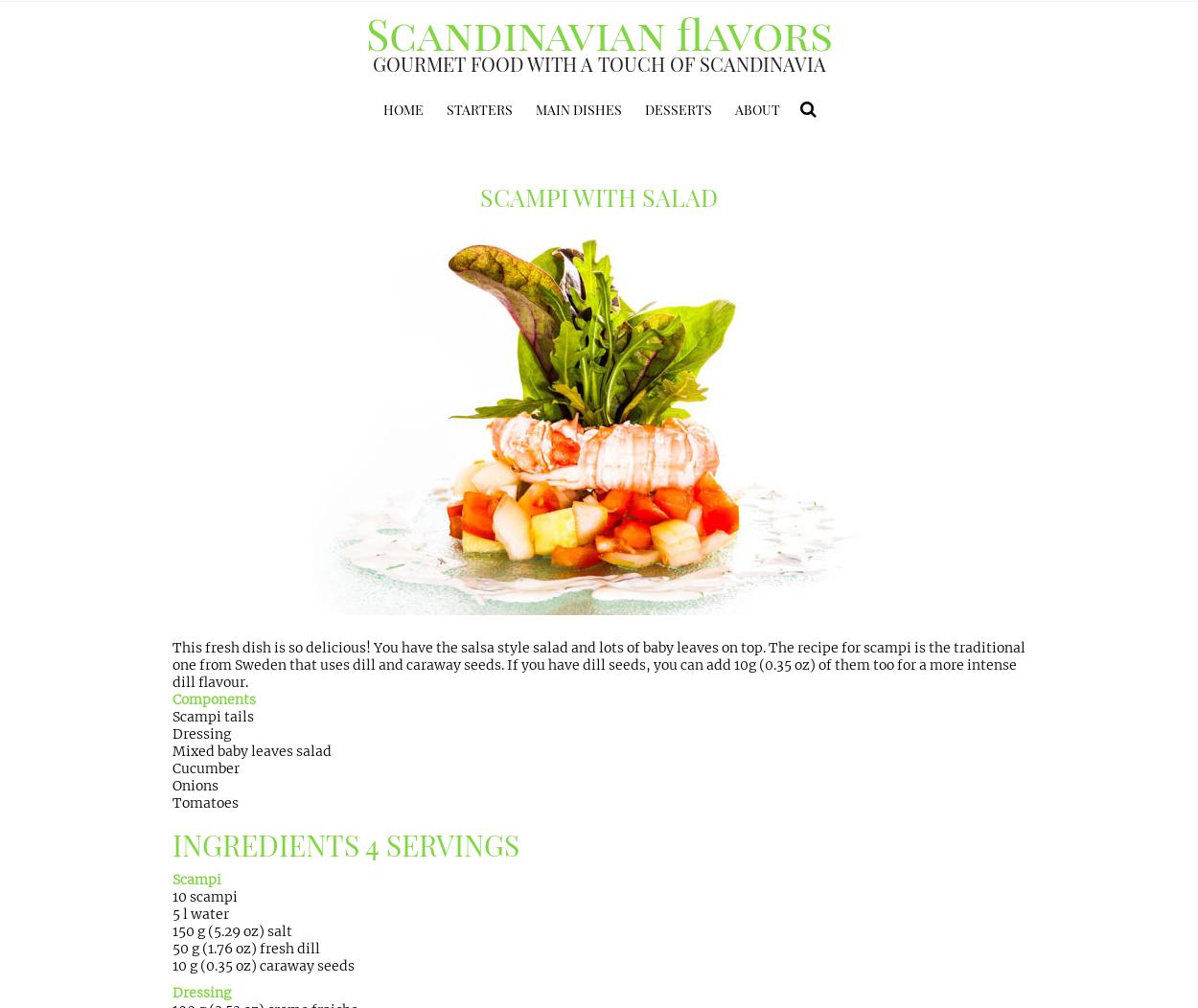  What do you see at coordinates (212, 715) in the screenshot?
I see `'Scampi tails'` at bounding box center [212, 715].